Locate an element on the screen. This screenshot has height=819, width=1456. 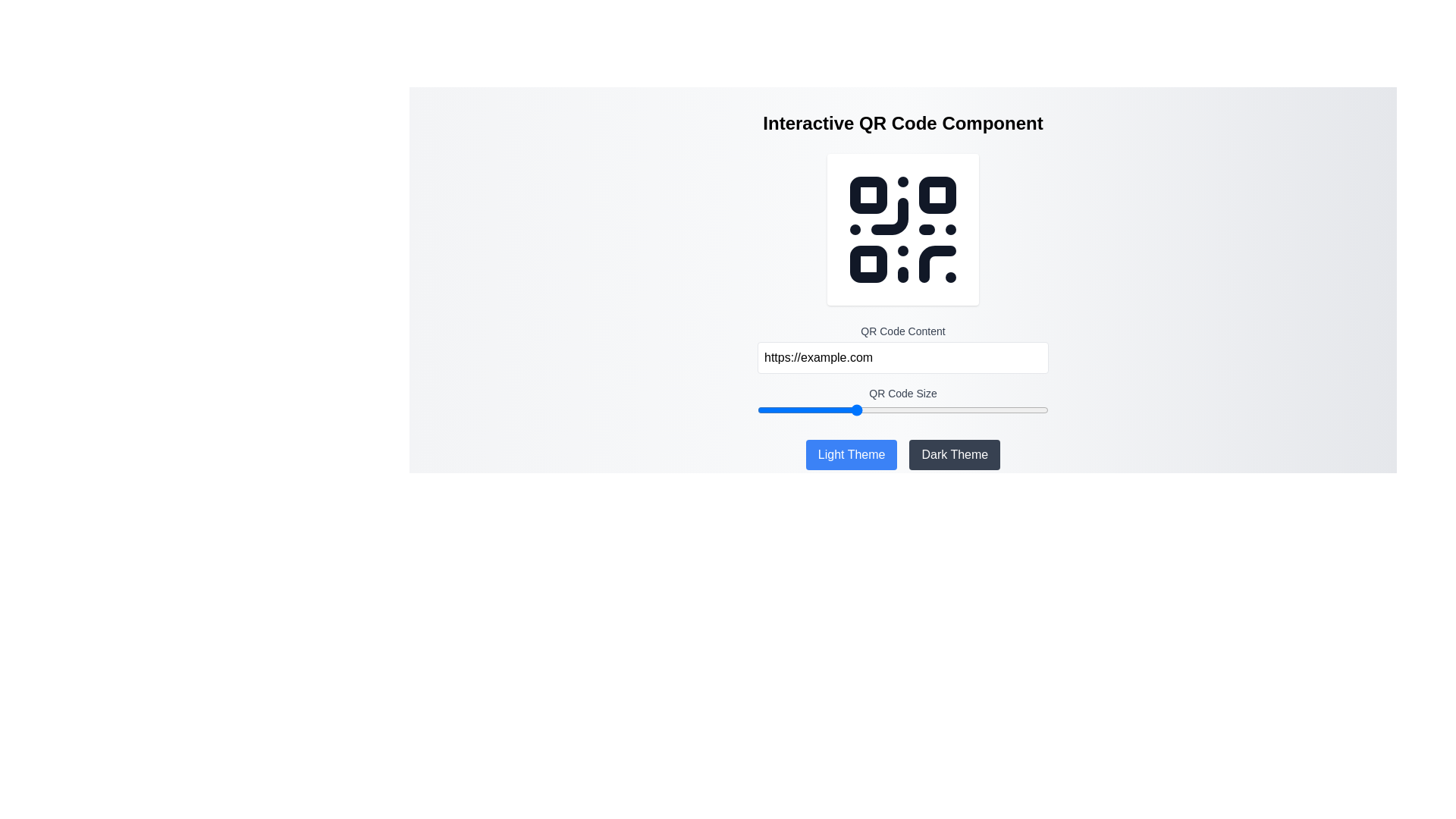
the small square with rounded corners located at the top-left part of the QR code design is located at coordinates (868, 194).